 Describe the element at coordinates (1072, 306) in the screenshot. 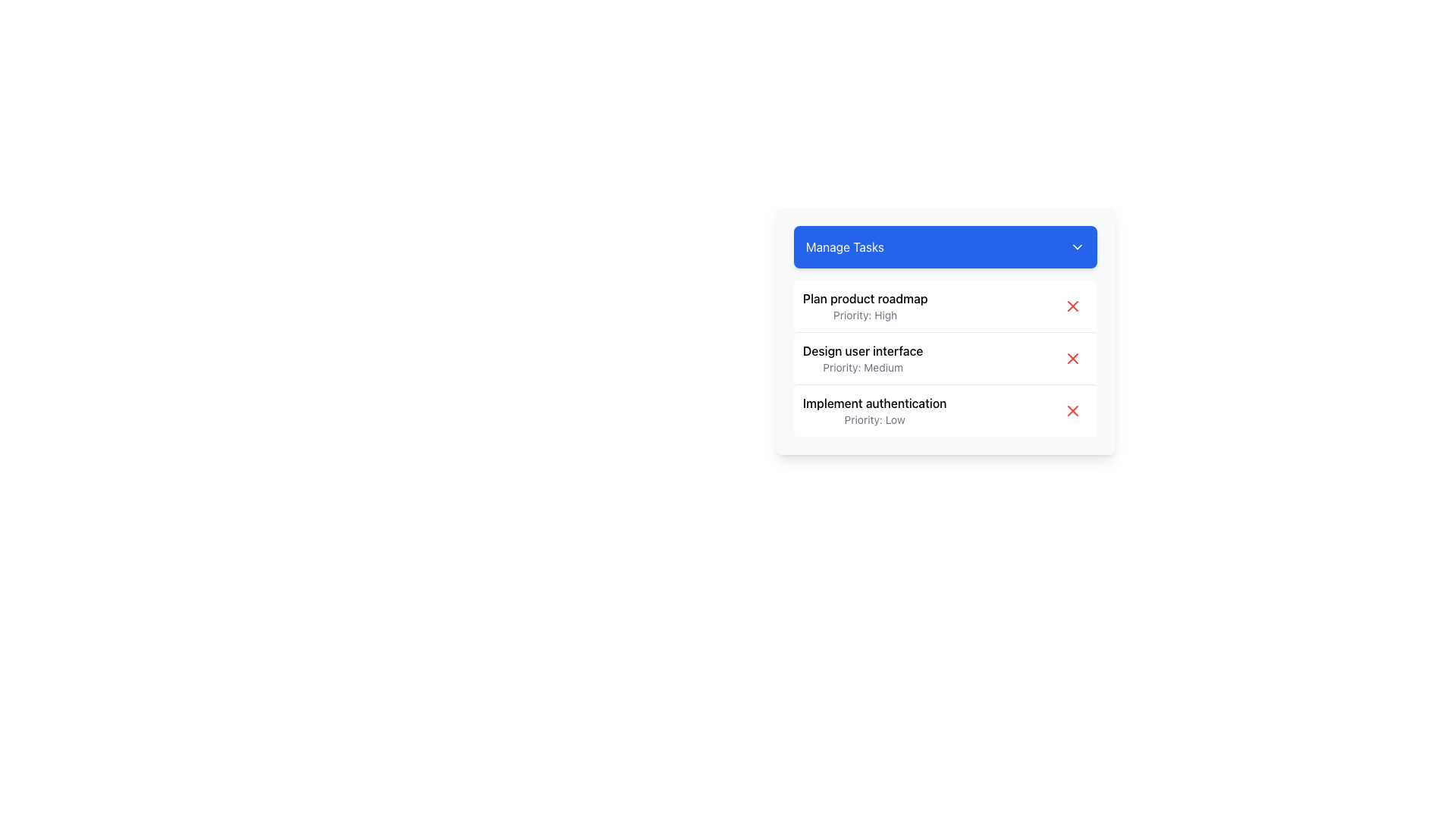

I see `the red 'X' icon in the dropdown menu that is positioned in the rightmost section of the first list item labeled 'Plan product roadmap' to observe styling changes` at that location.